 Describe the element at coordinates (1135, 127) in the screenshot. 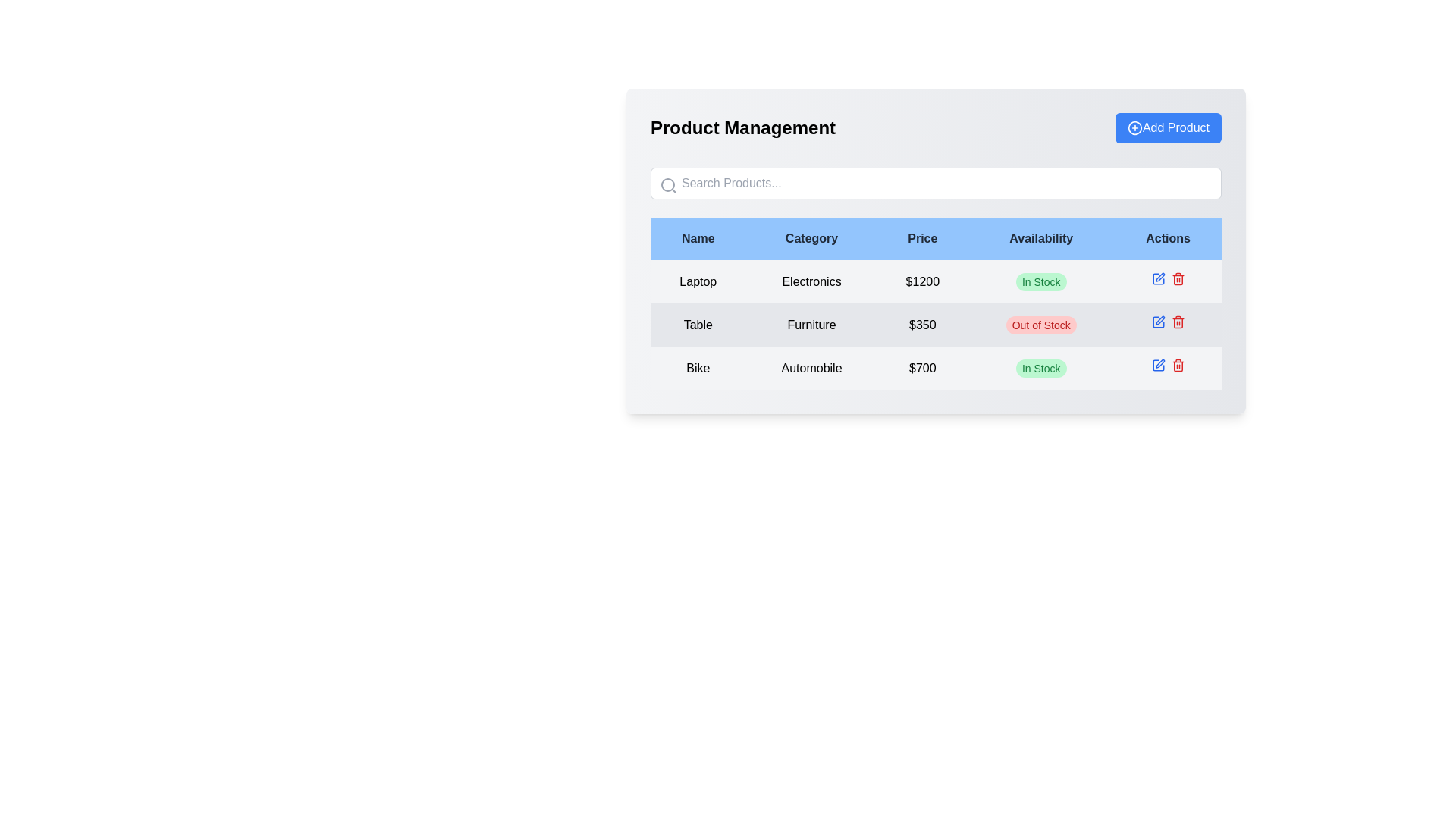

I see `the 'Add Product' button, which includes a plus sign icon, to initiate the action` at that location.